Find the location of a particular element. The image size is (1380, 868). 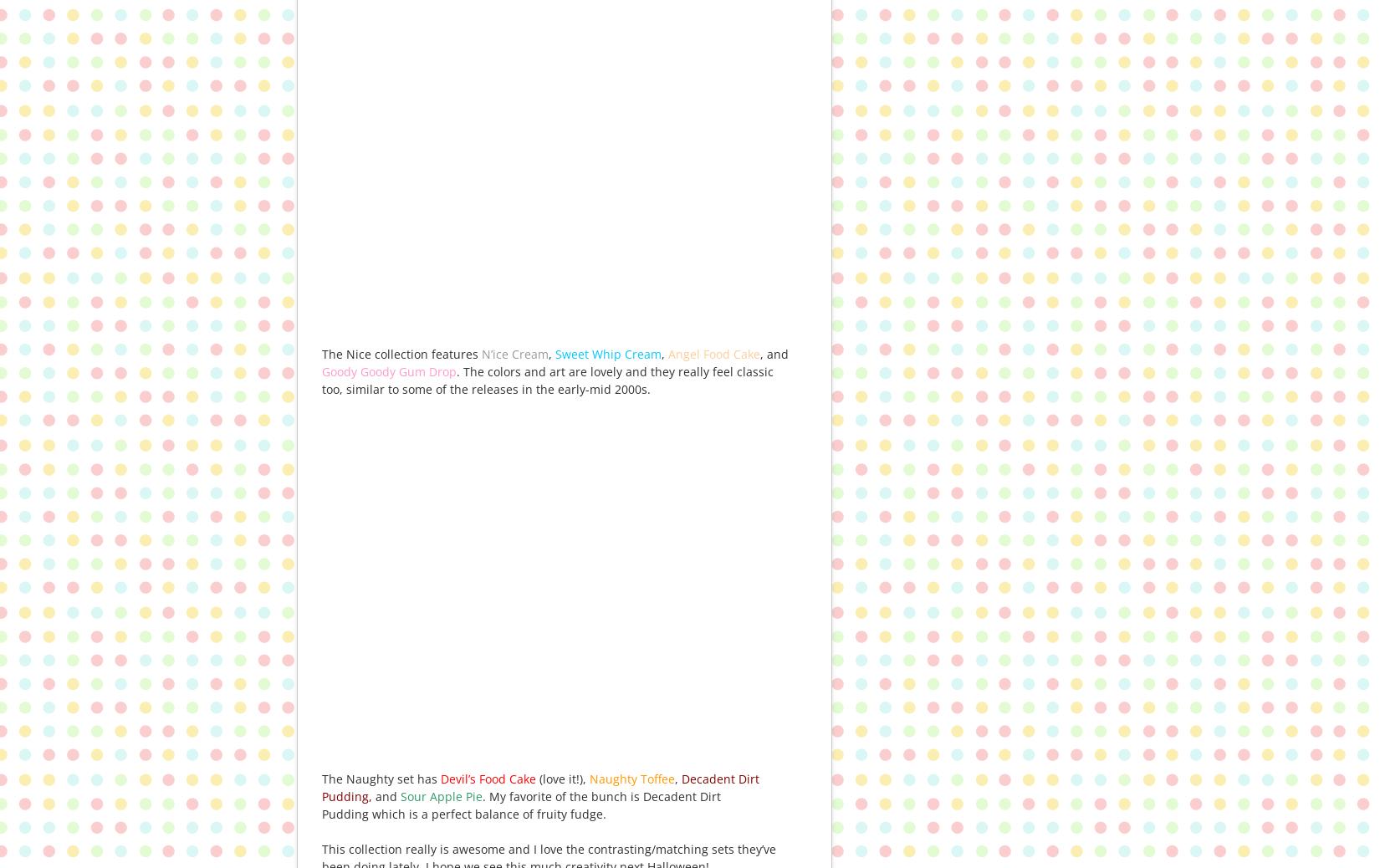

'(love it!),' is located at coordinates (562, 779).